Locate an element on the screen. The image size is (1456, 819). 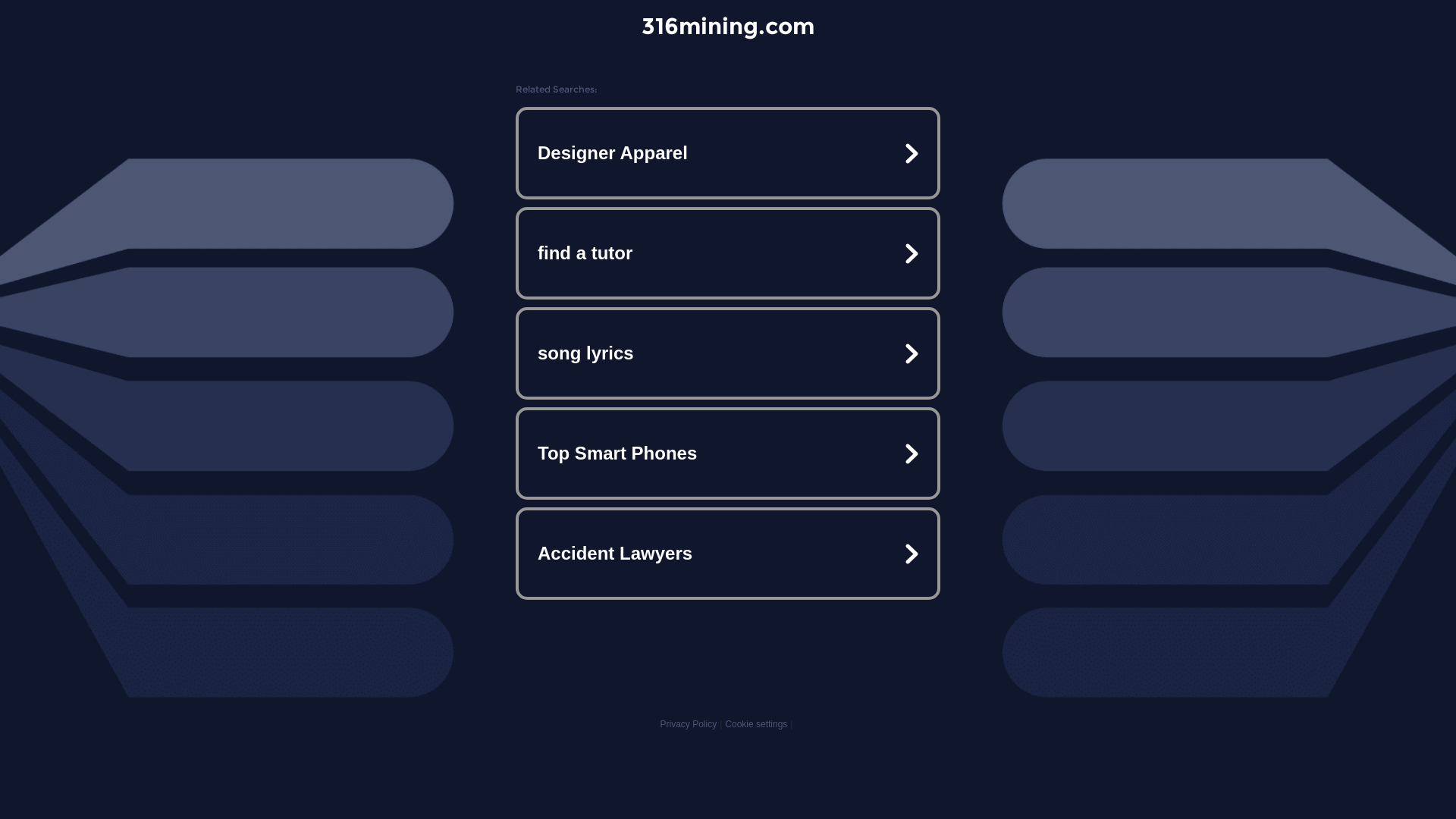
'find a tutor' is located at coordinates (728, 253).